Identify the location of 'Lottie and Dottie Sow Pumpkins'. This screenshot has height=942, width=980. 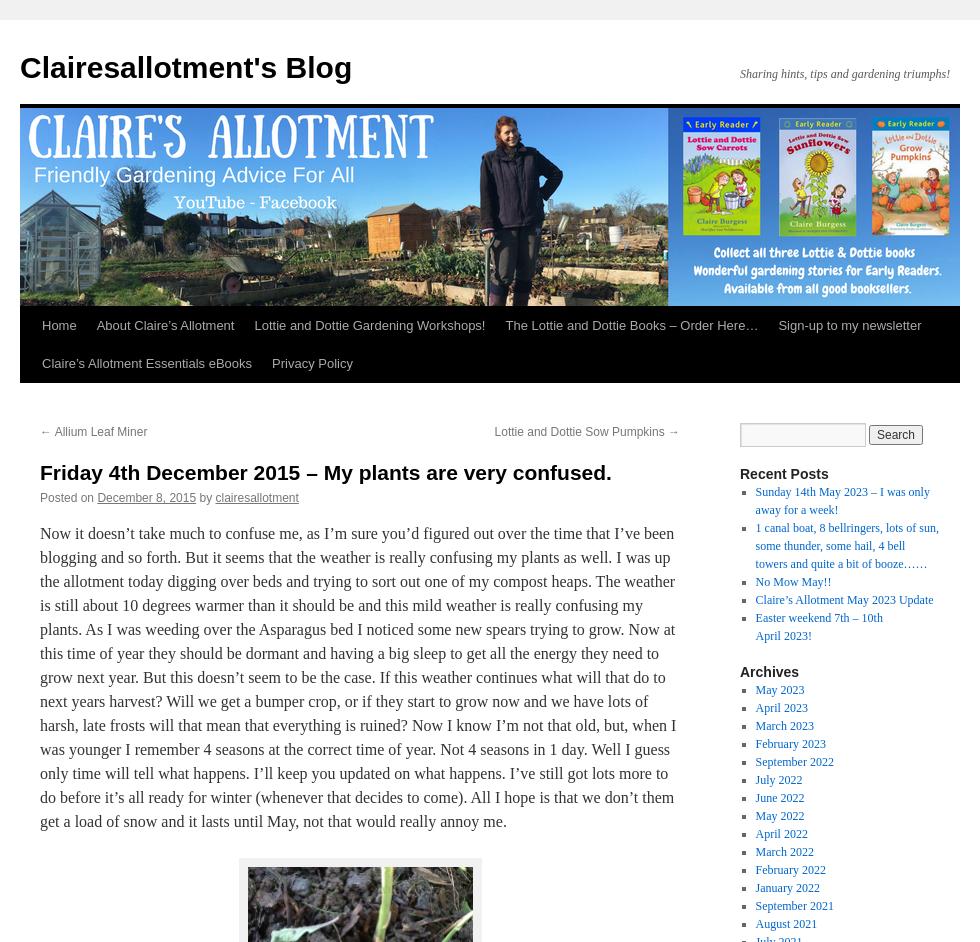
(581, 431).